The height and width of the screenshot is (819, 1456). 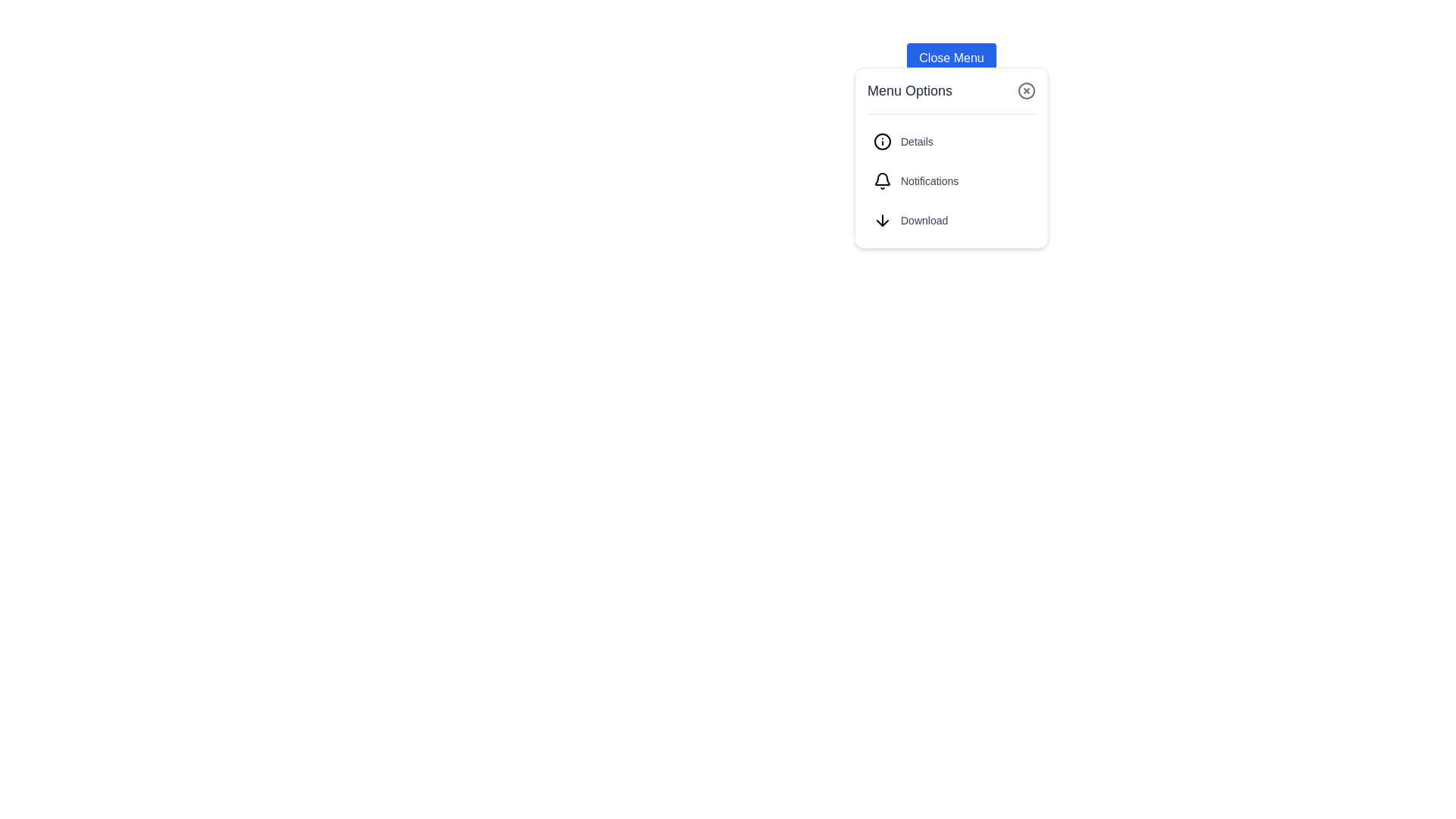 What do you see at coordinates (950, 97) in the screenshot?
I see `the title of the menu popup located at the top of the panel, directly under the 'Close Menu' button` at bounding box center [950, 97].